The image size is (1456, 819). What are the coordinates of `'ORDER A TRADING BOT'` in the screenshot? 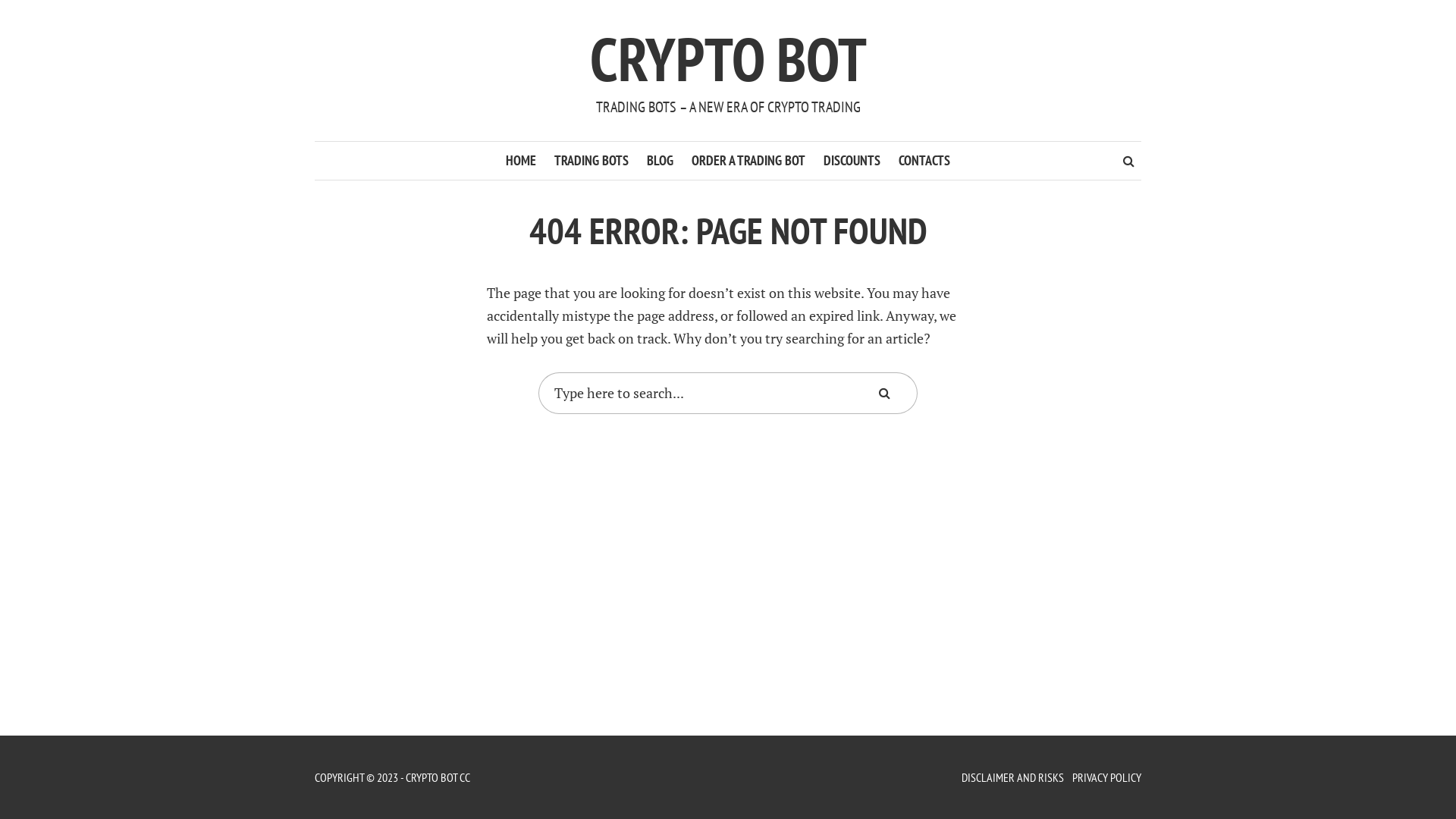 It's located at (748, 161).